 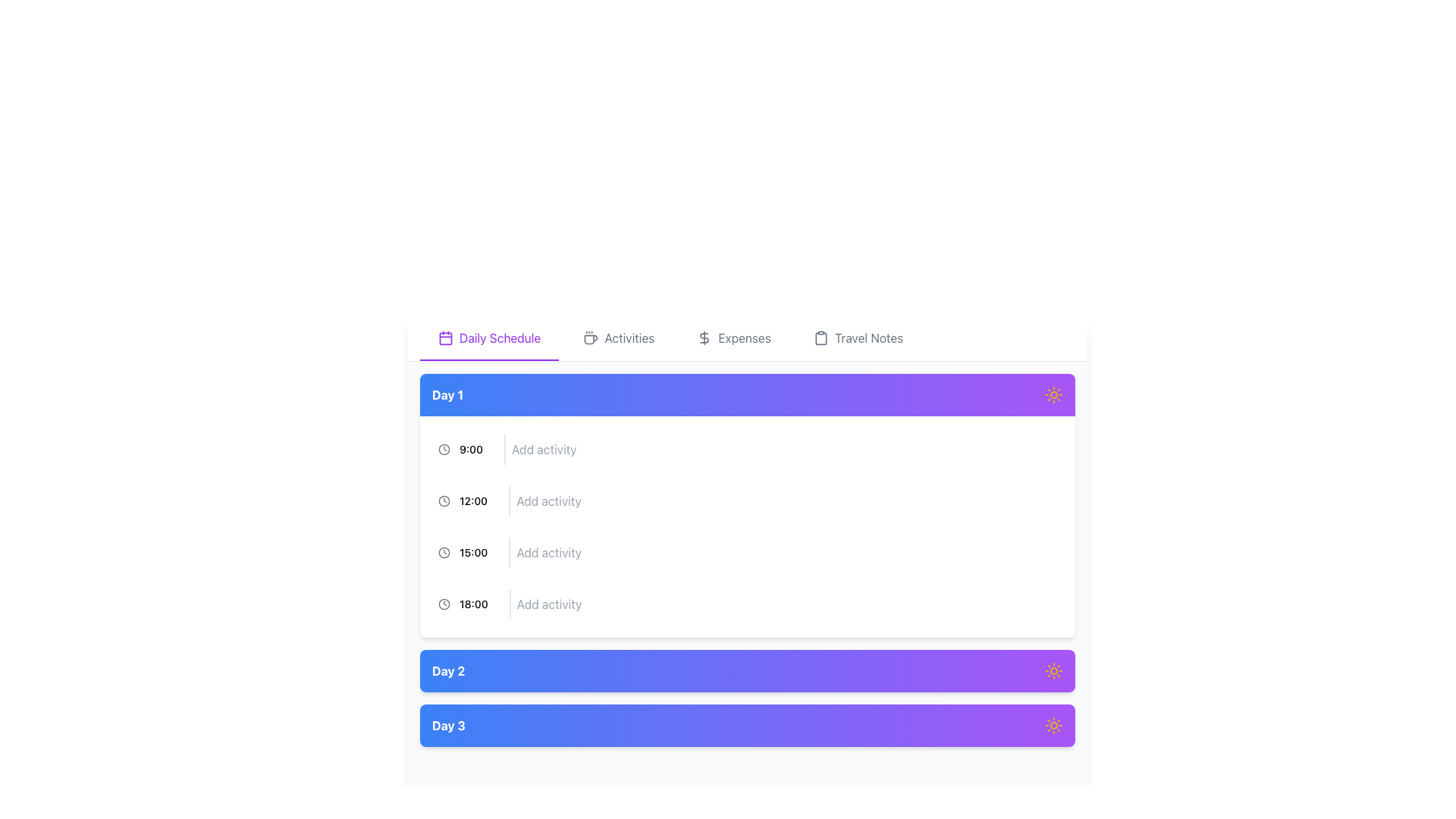 What do you see at coordinates (747, 553) in the screenshot?
I see `the time slot at 15:00` at bounding box center [747, 553].